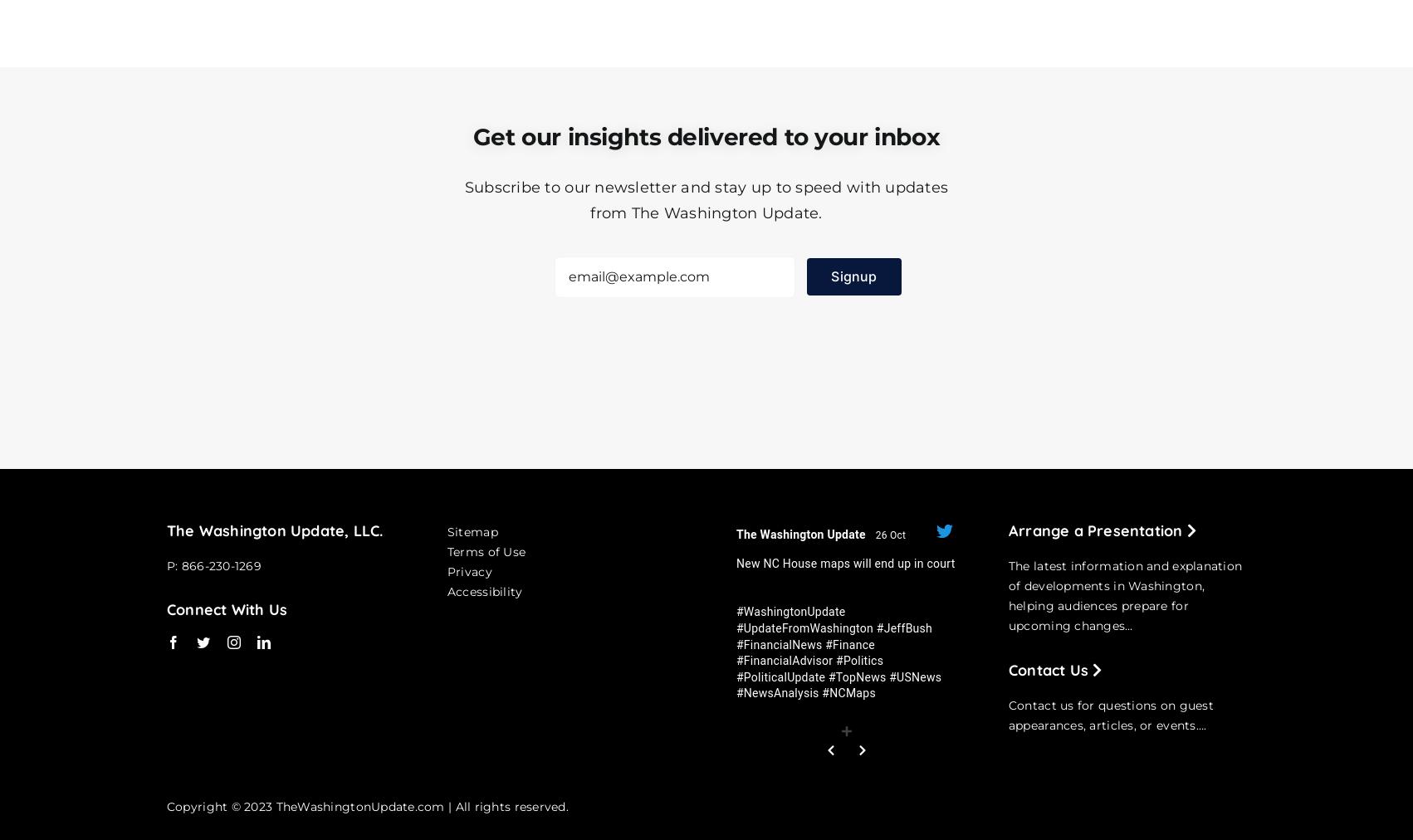 The image size is (1413, 840). I want to click on 'Terms of Use', so click(486, 549).